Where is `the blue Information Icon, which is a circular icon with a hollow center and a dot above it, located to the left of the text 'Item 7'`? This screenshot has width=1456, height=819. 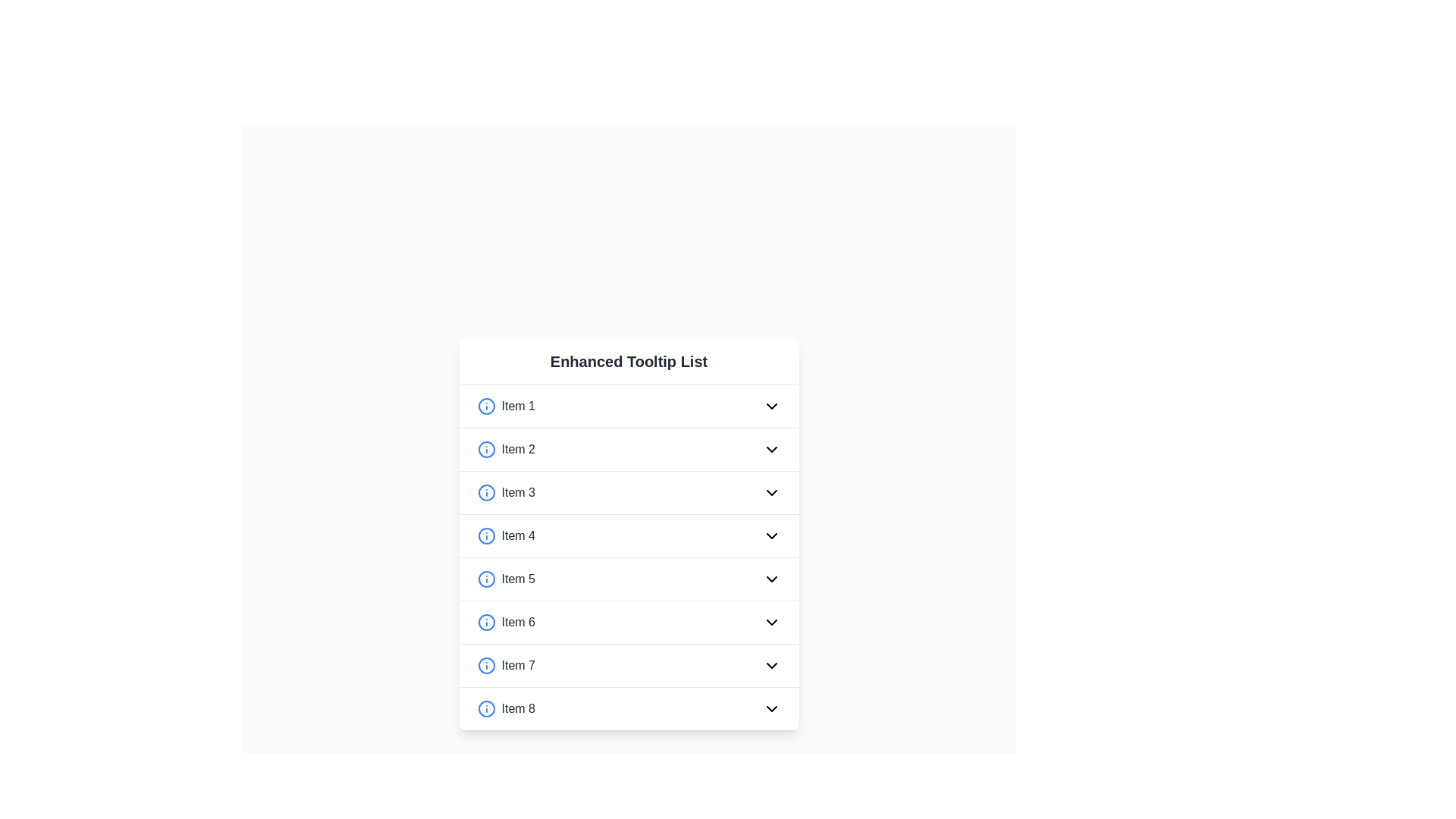
the blue Information Icon, which is a circular icon with a hollow center and a dot above it, located to the left of the text 'Item 7' is located at coordinates (486, 665).